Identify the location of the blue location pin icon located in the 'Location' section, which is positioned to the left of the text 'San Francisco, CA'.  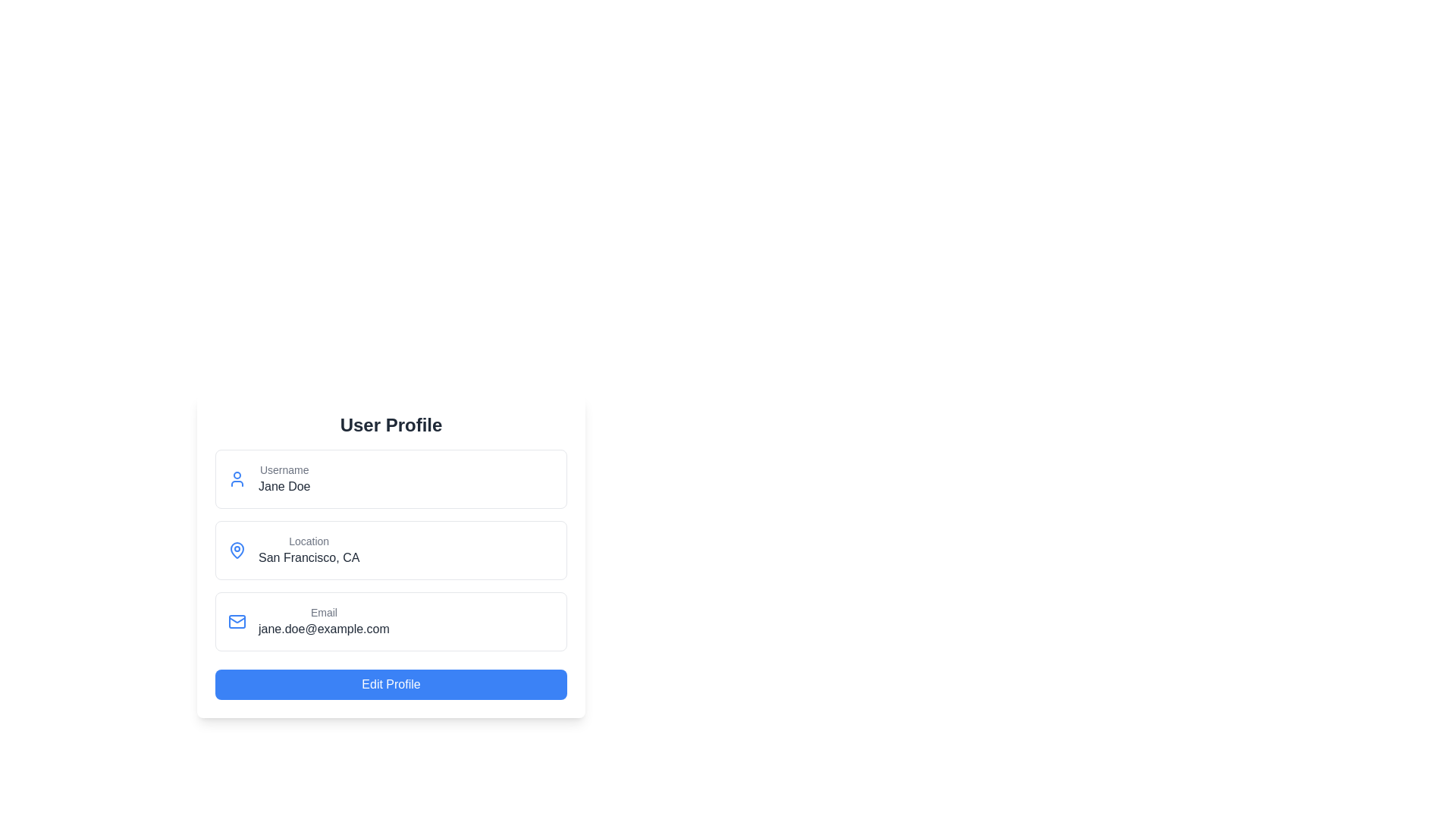
(236, 550).